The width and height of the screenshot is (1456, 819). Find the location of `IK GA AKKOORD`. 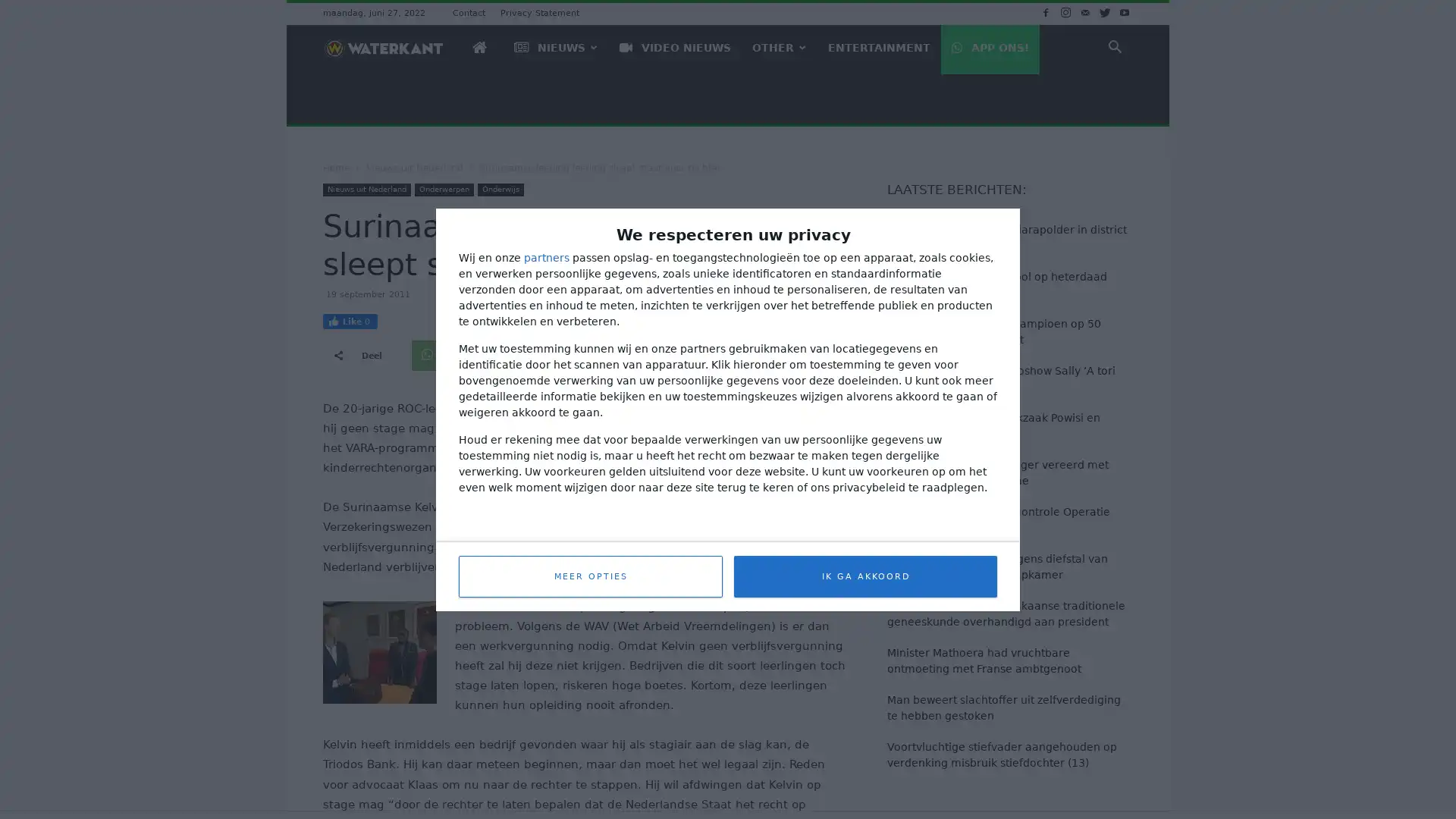

IK GA AKKOORD is located at coordinates (865, 576).